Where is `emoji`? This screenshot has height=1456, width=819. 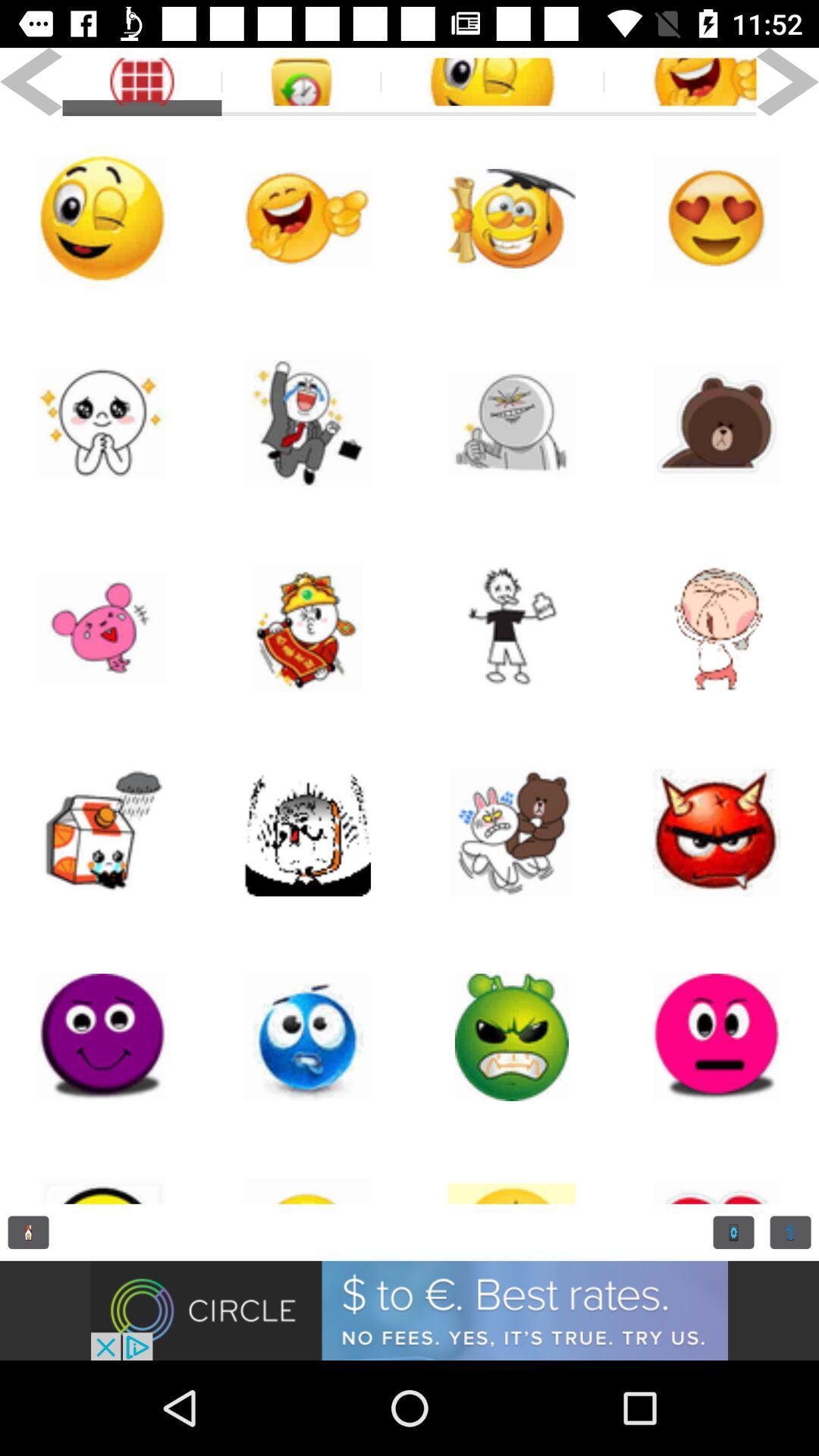
emoji is located at coordinates (512, 628).